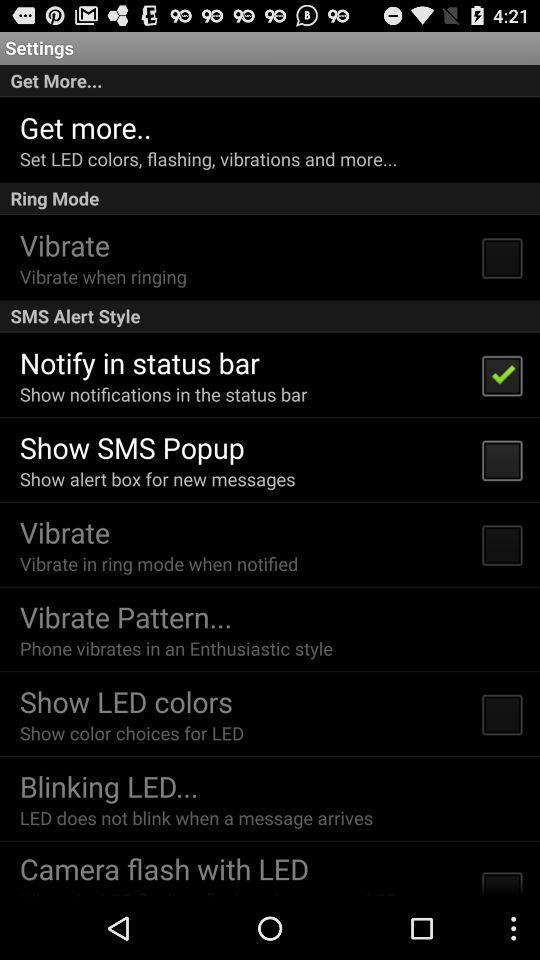  I want to click on the icon below vibrate when ringing, so click(270, 316).